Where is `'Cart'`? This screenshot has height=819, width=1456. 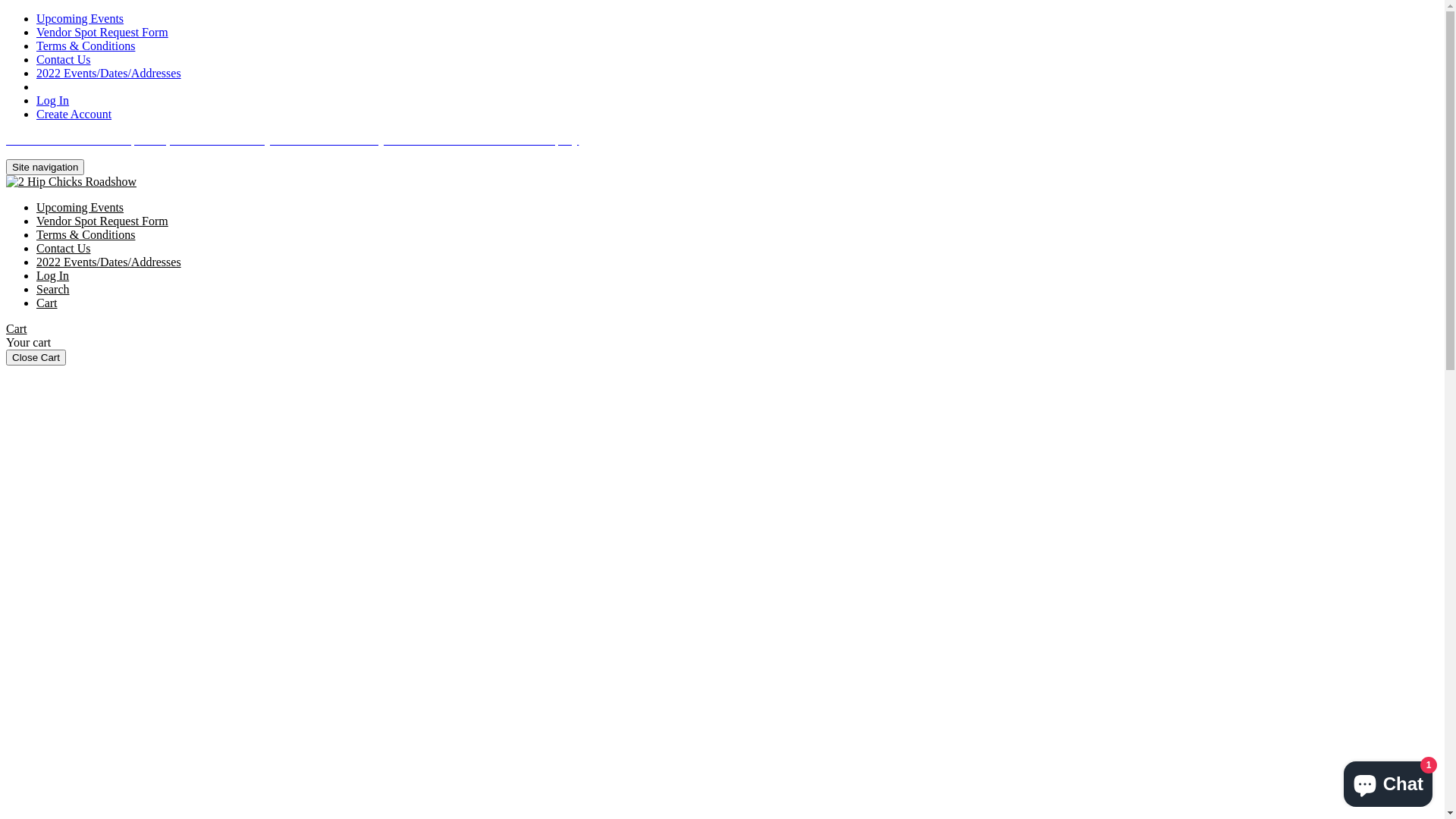
'Cart' is located at coordinates (47, 303).